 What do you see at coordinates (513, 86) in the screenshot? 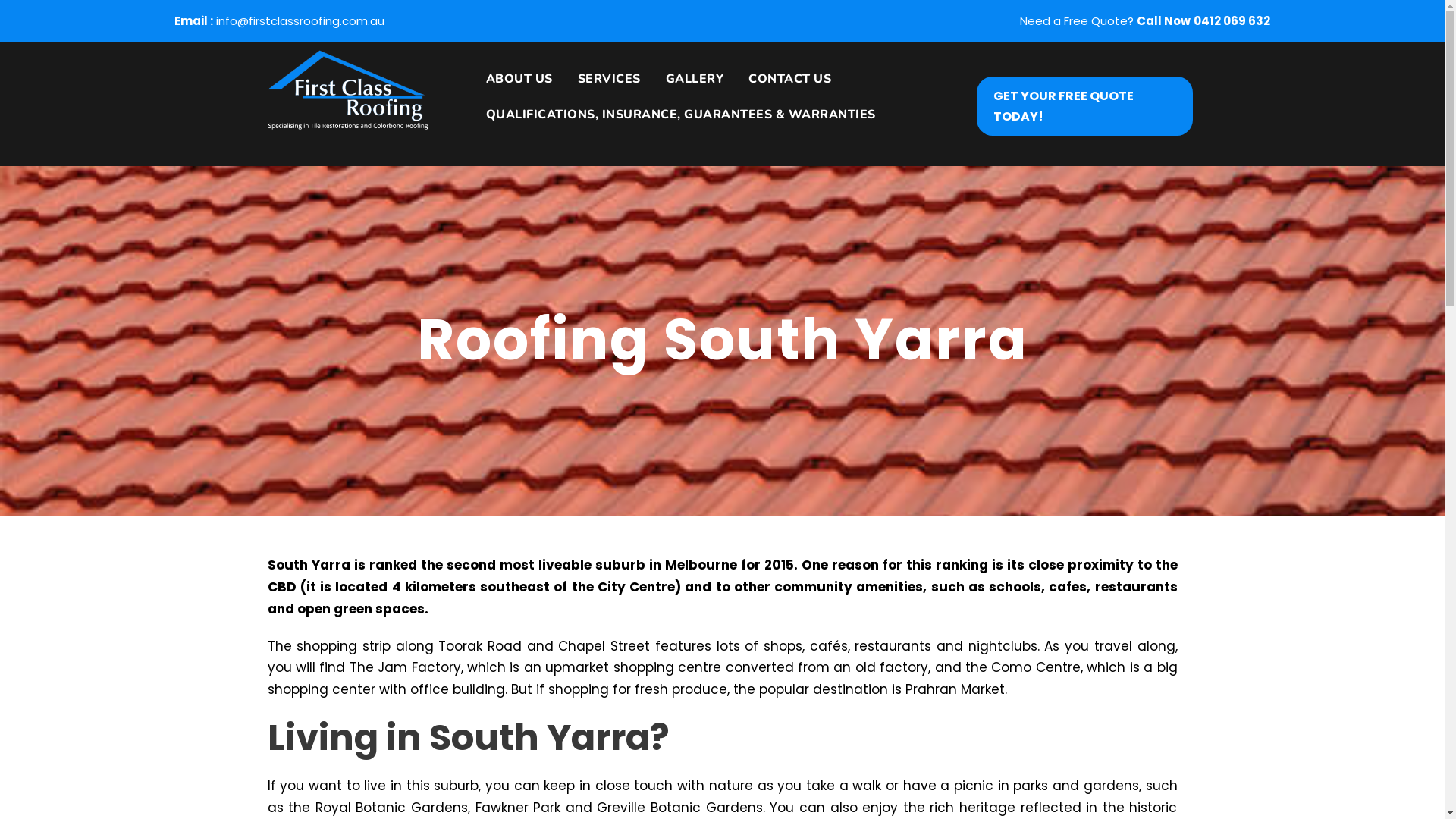
I see `'ABOUT US'` at bounding box center [513, 86].